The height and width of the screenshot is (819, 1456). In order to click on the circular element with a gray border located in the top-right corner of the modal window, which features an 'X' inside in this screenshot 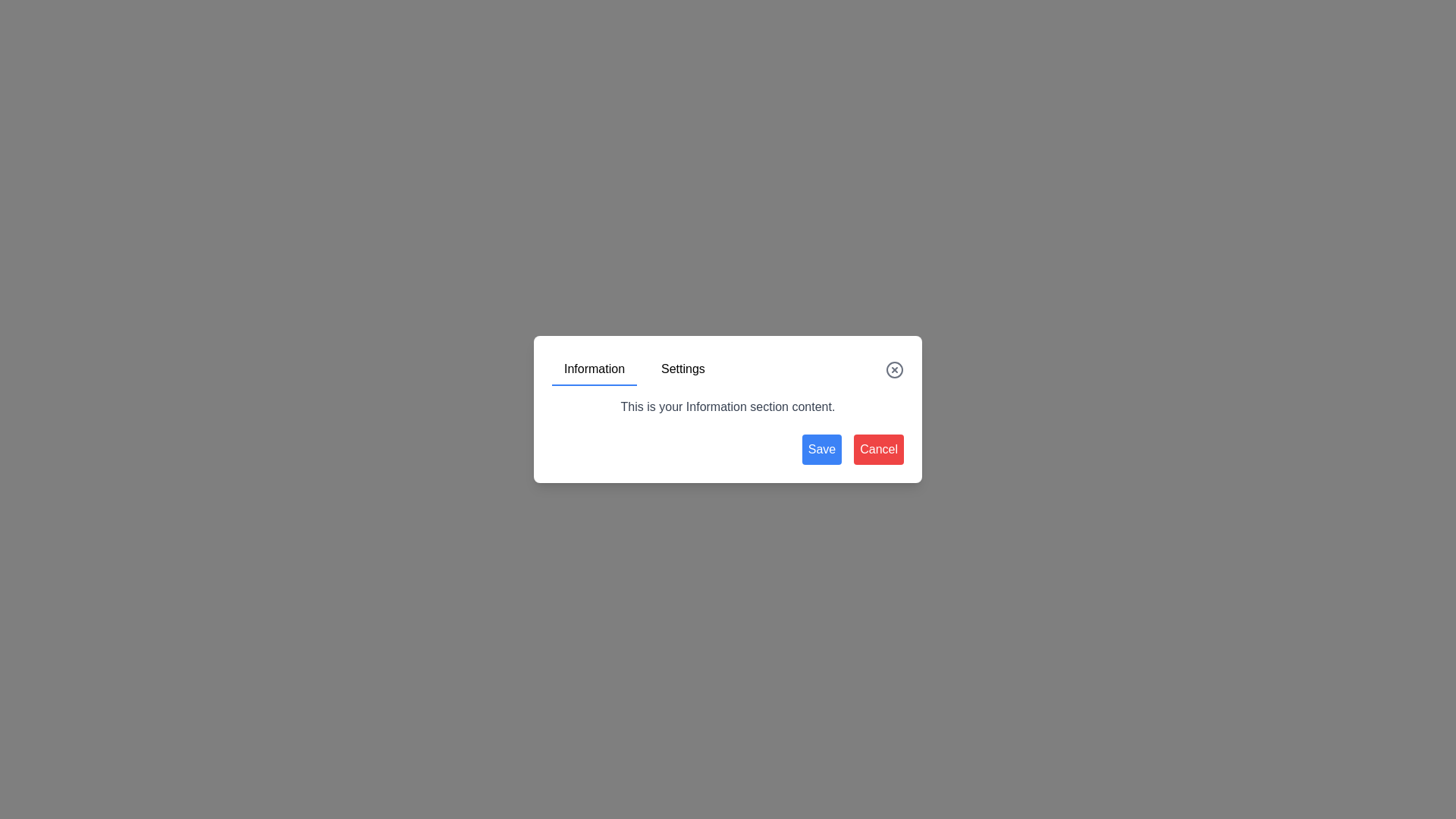, I will do `click(895, 370)`.